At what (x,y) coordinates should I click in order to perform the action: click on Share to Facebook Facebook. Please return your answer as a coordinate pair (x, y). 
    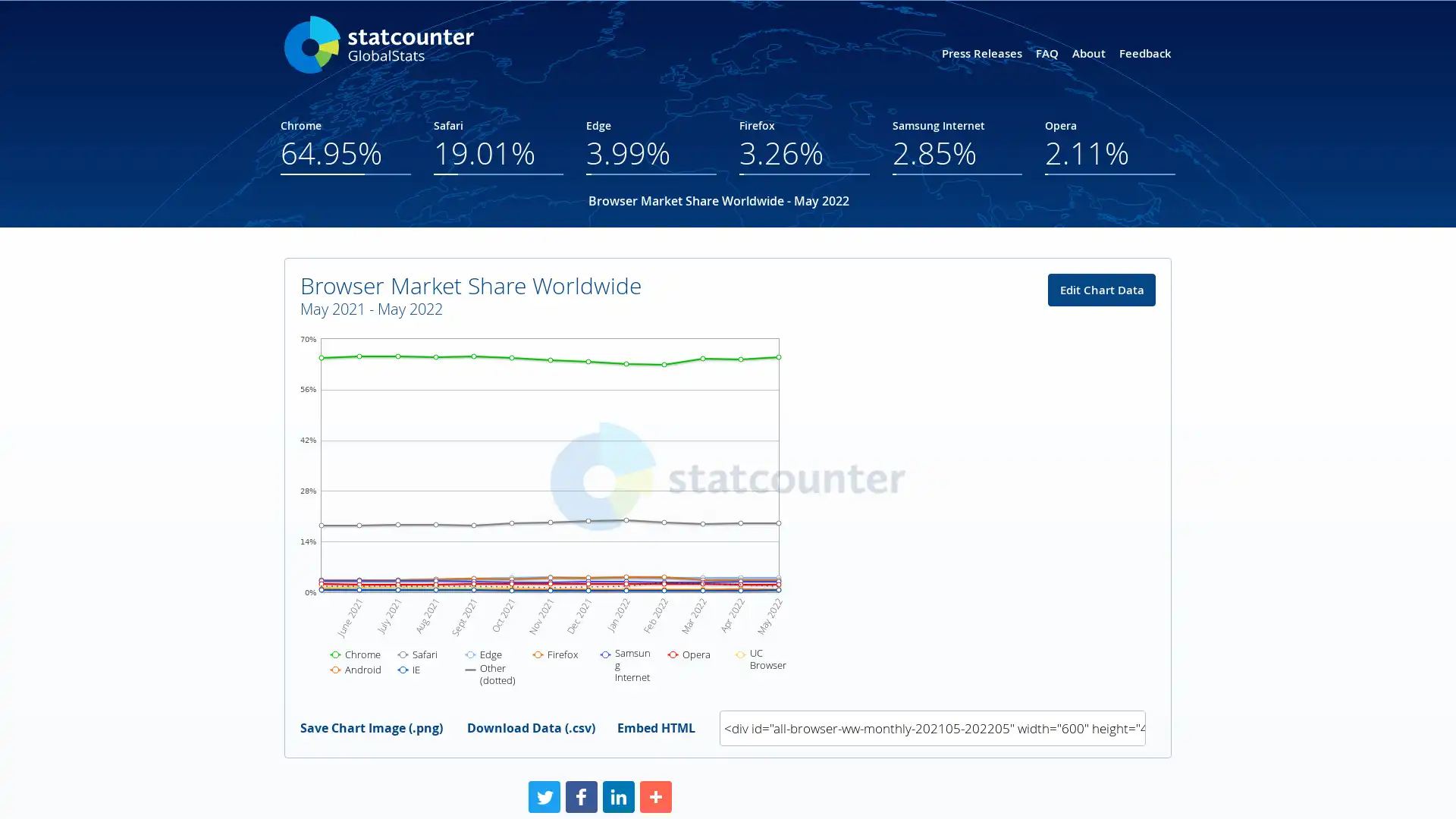
    Looking at the image, I should click on (650, 795).